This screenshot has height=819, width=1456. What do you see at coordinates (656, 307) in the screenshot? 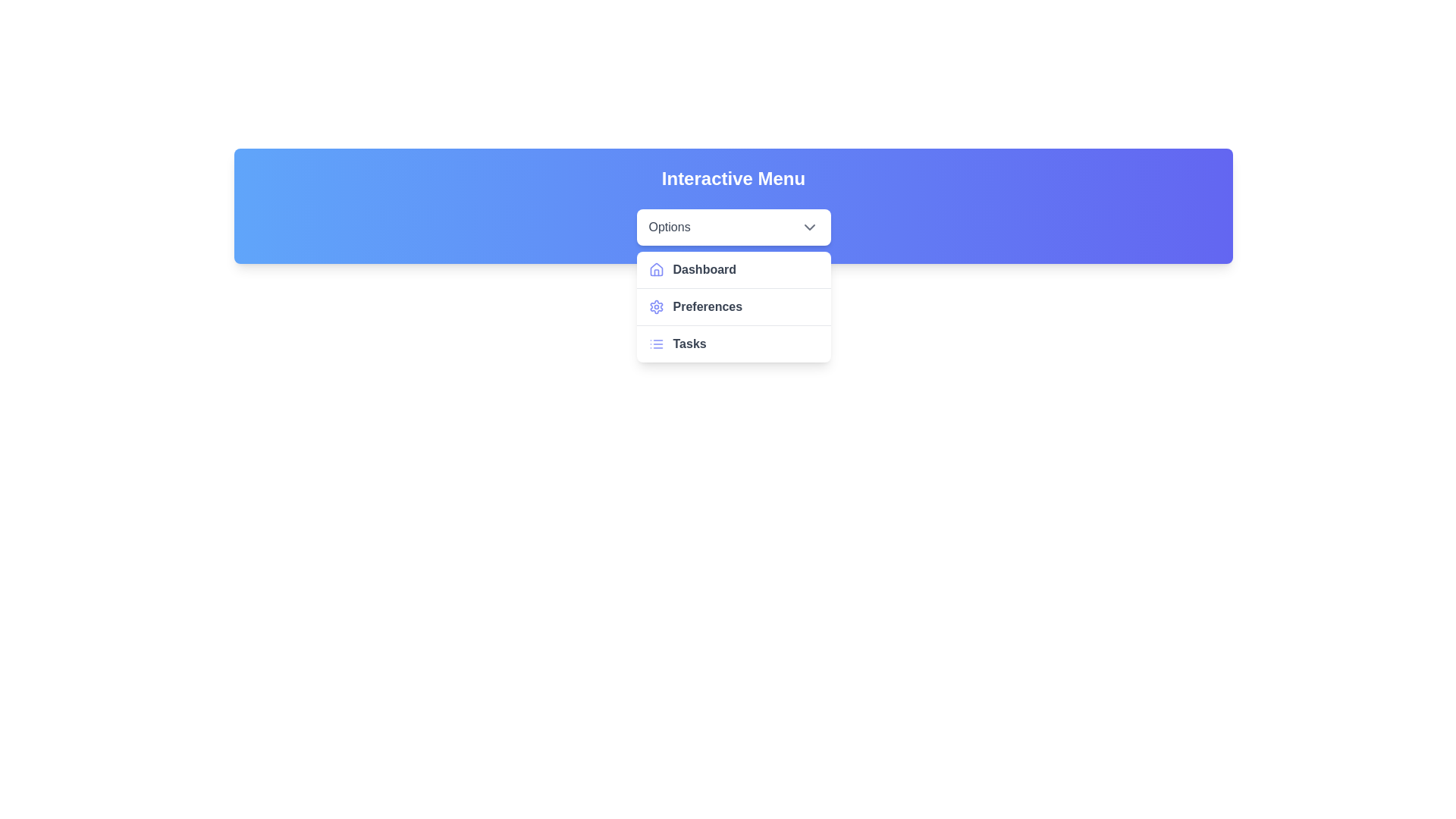
I see `the gear icon that represents settings, located on the top bar of the interface` at bounding box center [656, 307].